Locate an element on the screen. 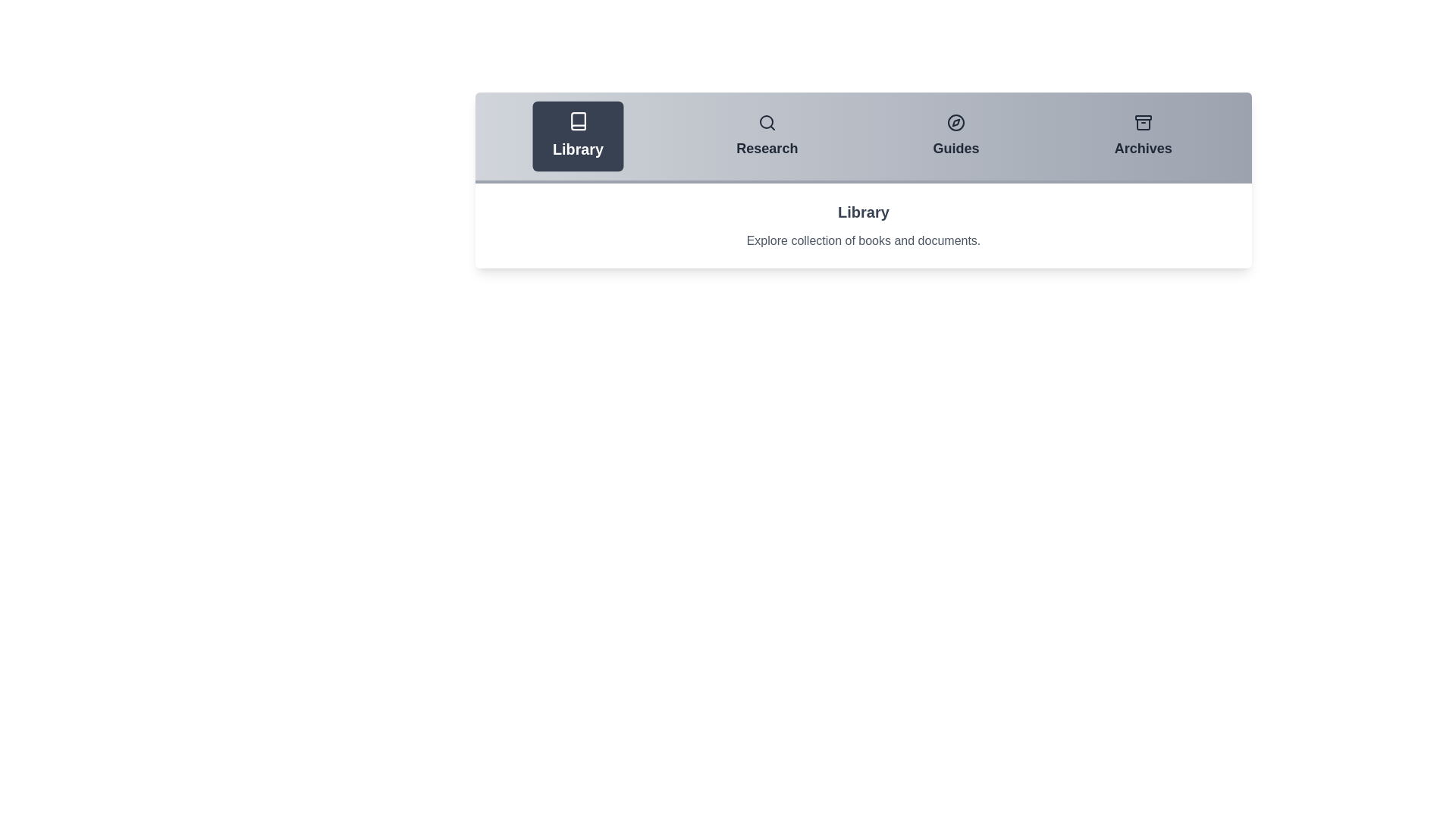 The width and height of the screenshot is (1456, 819). the icons associated with each tab: Archives is located at coordinates (1143, 122).